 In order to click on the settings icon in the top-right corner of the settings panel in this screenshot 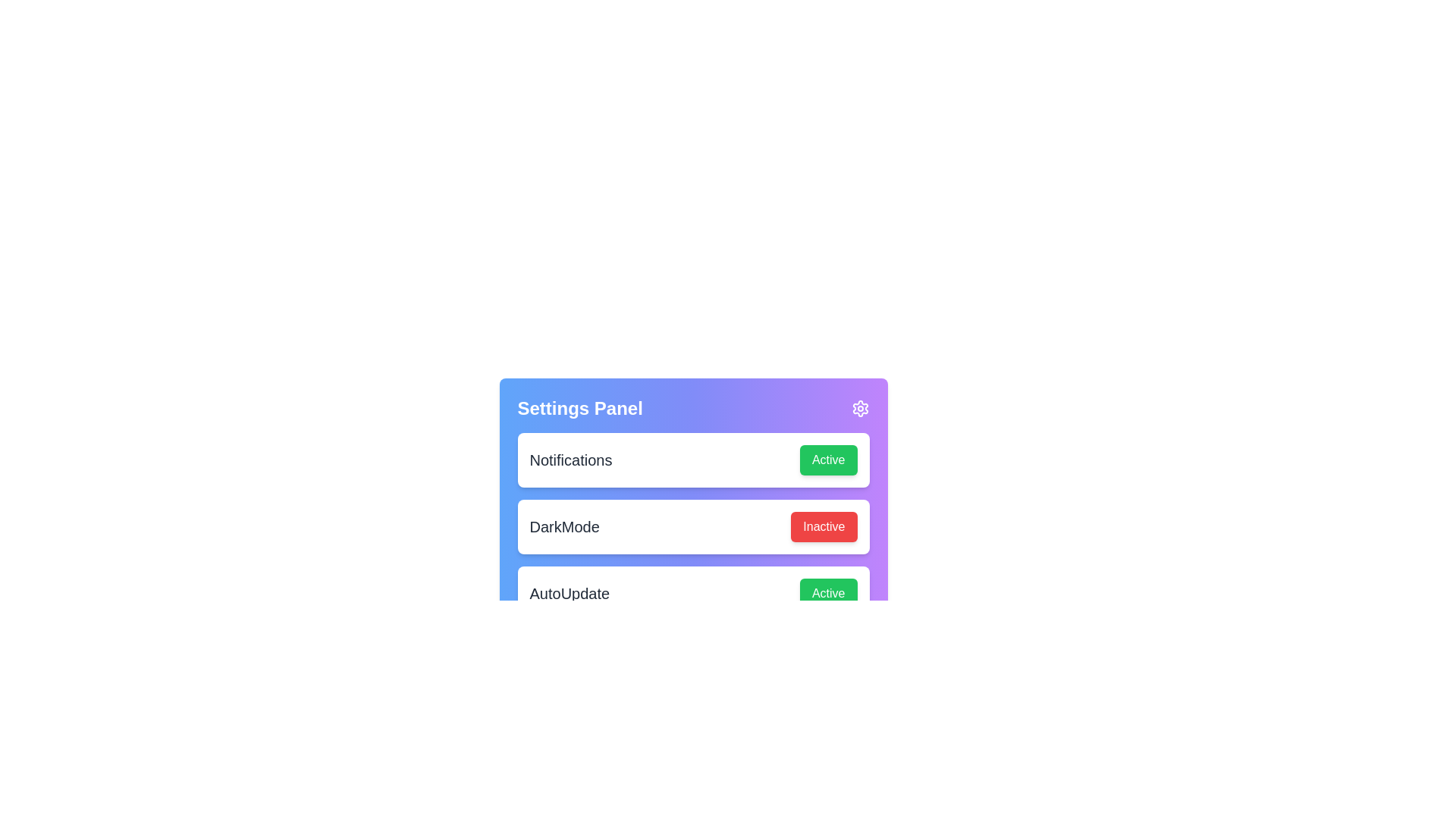, I will do `click(860, 408)`.